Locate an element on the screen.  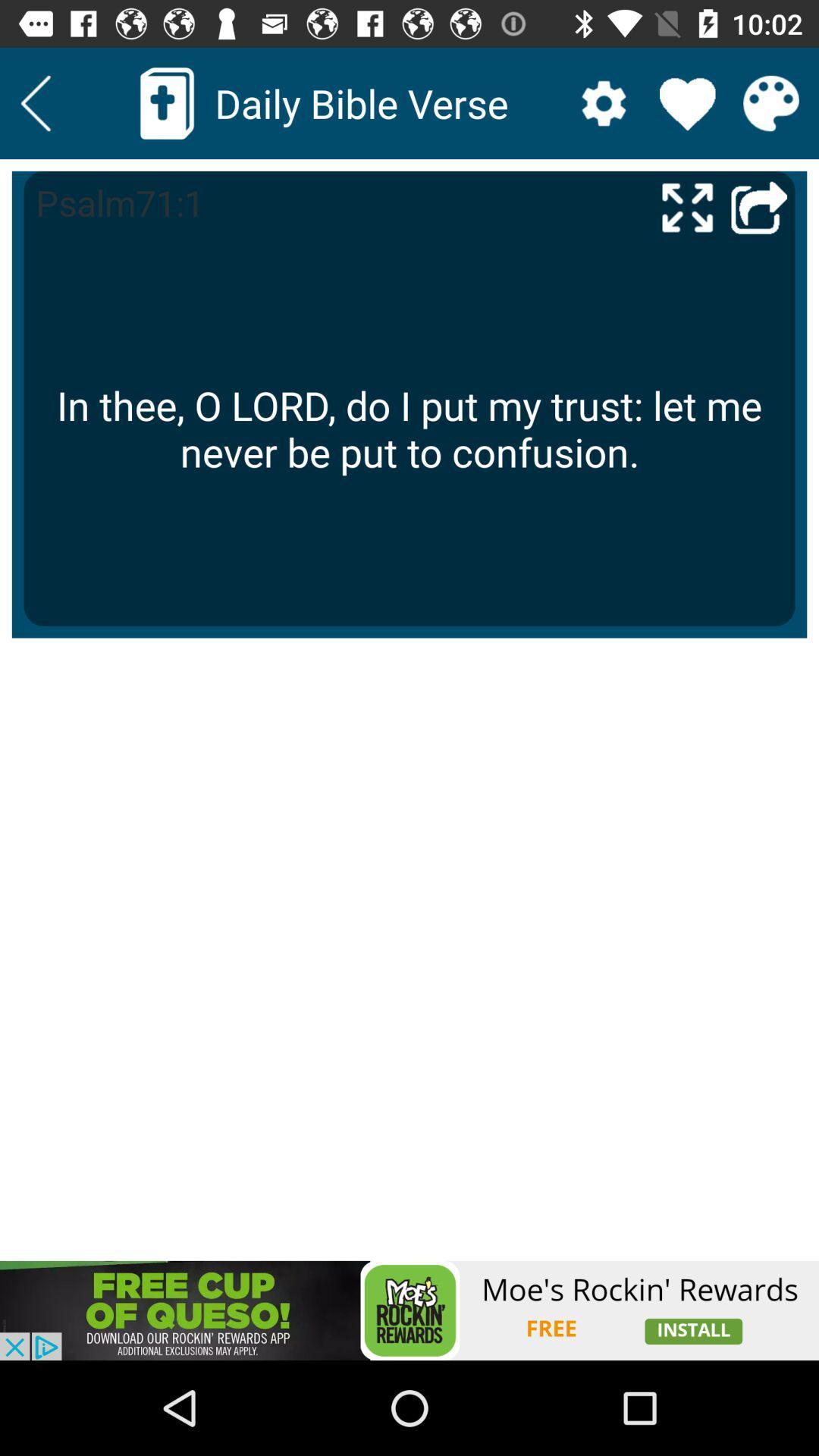
change color is located at coordinates (771, 102).